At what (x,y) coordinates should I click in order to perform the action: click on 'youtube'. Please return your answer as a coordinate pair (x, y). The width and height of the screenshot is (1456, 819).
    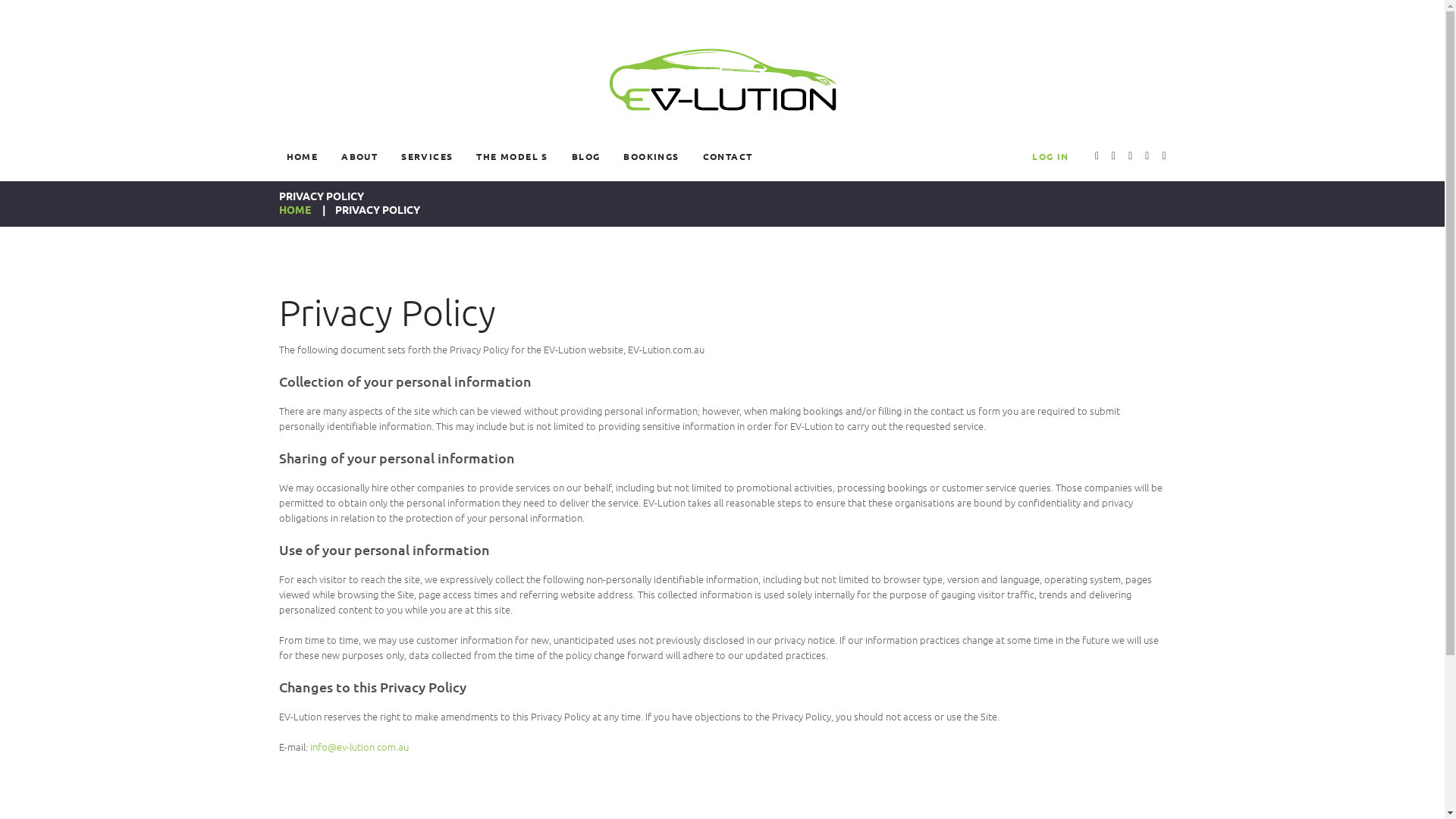
    Looking at the image, I should click on (1097, 157).